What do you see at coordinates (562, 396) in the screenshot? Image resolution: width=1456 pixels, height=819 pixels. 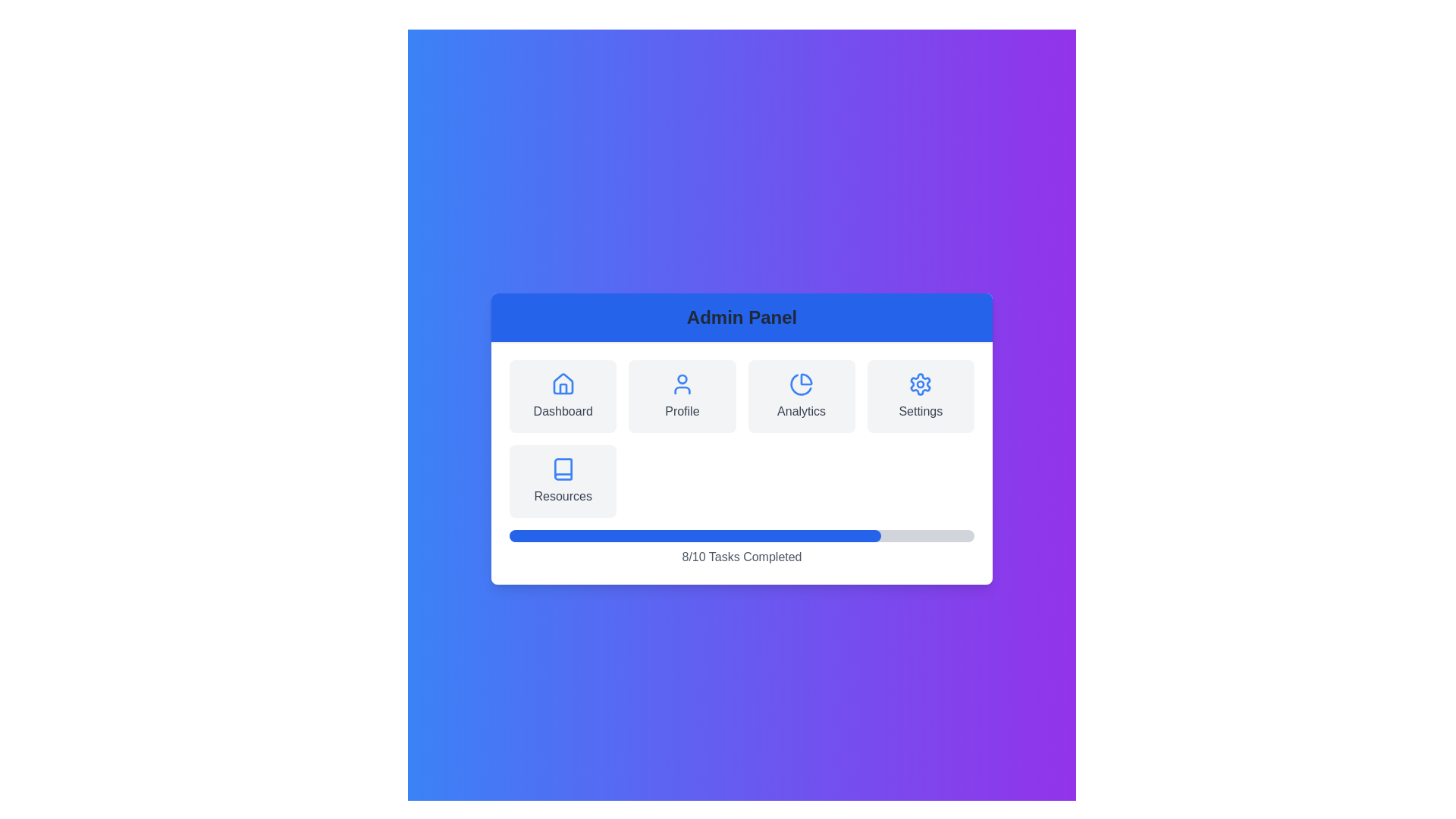 I see `the Dashboard menu option to navigate to its section` at bounding box center [562, 396].